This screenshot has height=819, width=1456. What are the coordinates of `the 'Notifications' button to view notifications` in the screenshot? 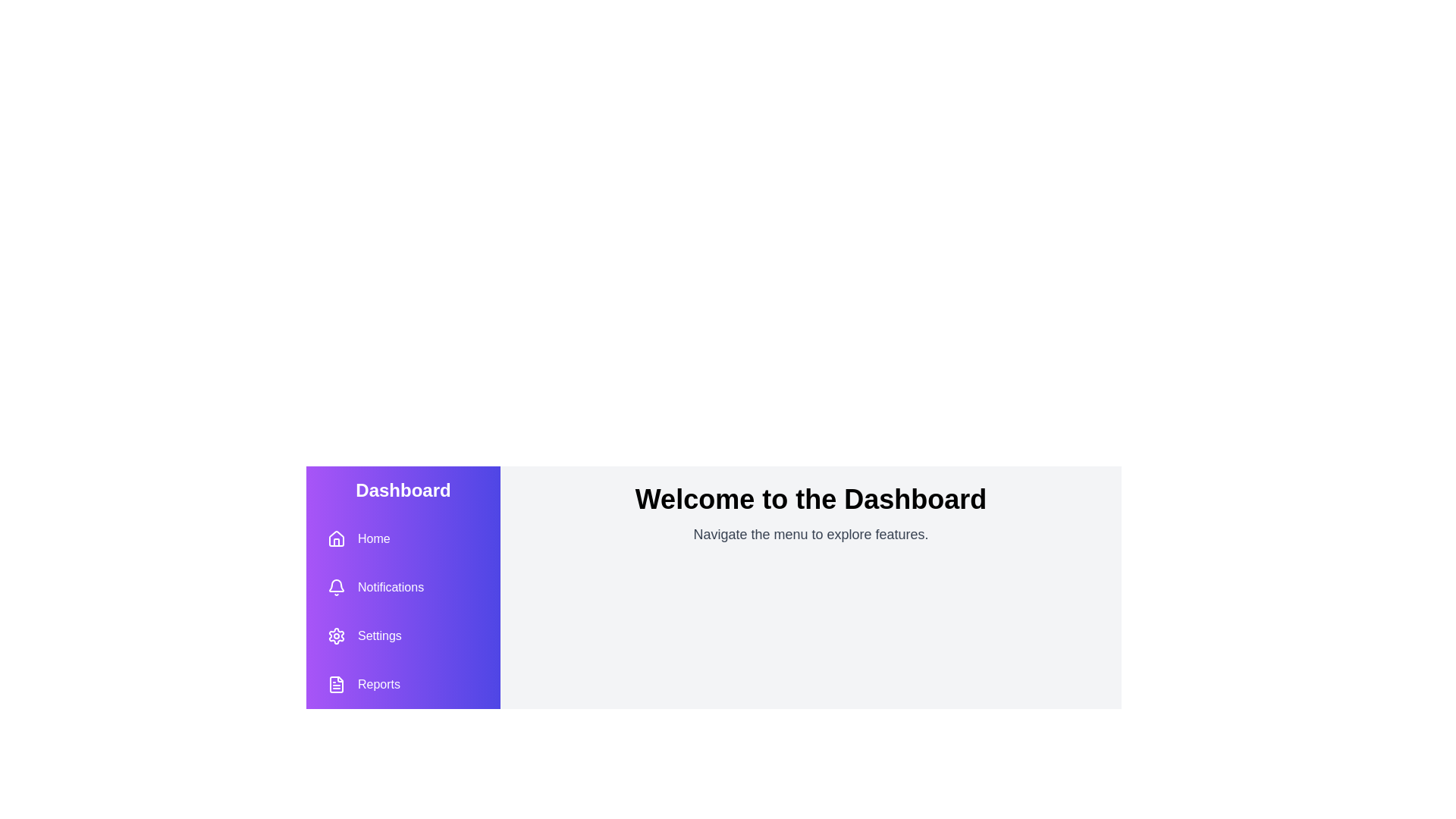 It's located at (375, 587).